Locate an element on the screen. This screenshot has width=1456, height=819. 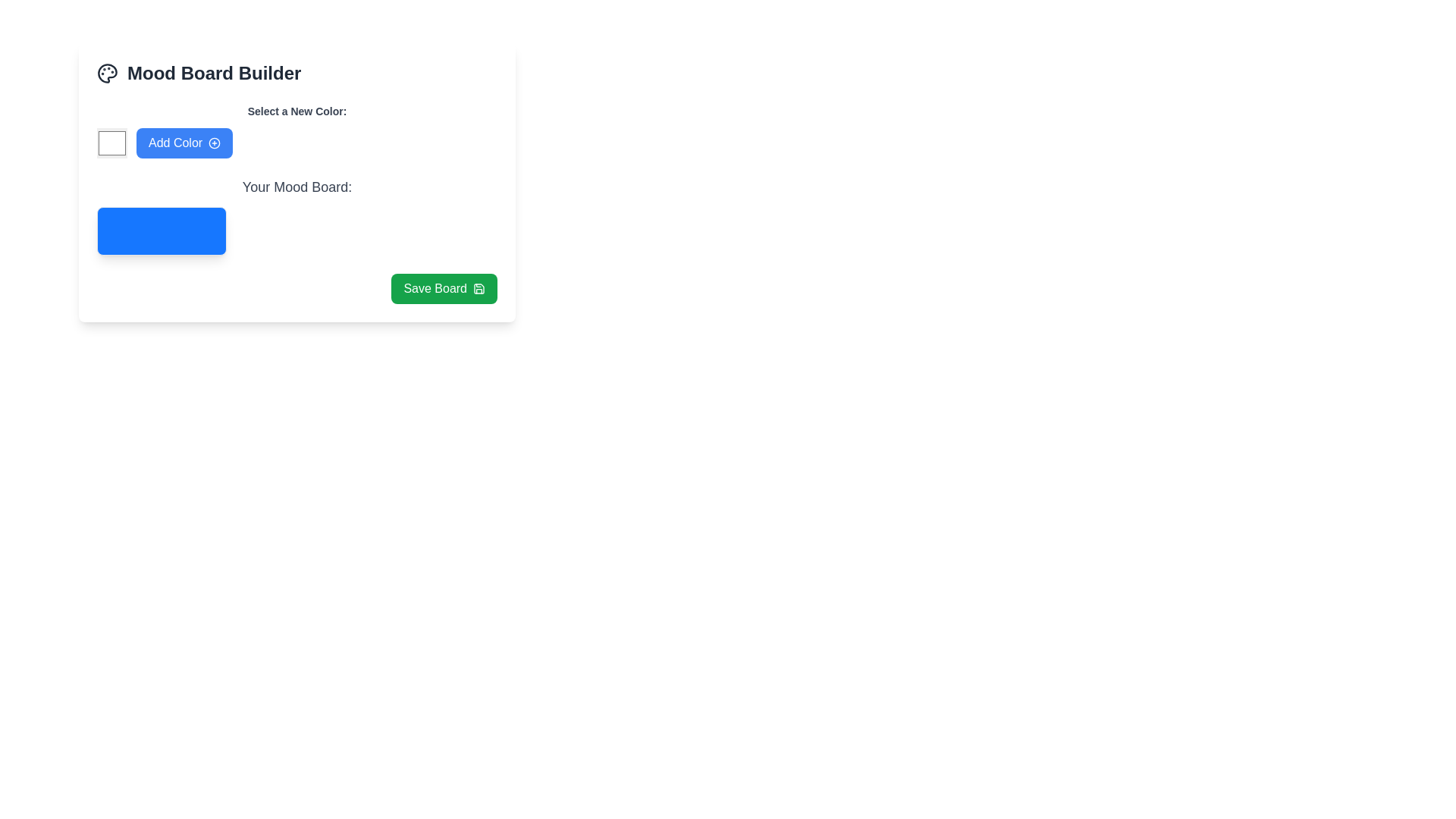
the small circular icon with a blue background and white outline, which contains a plus sign, located inside the 'Add Color' button is located at coordinates (214, 143).